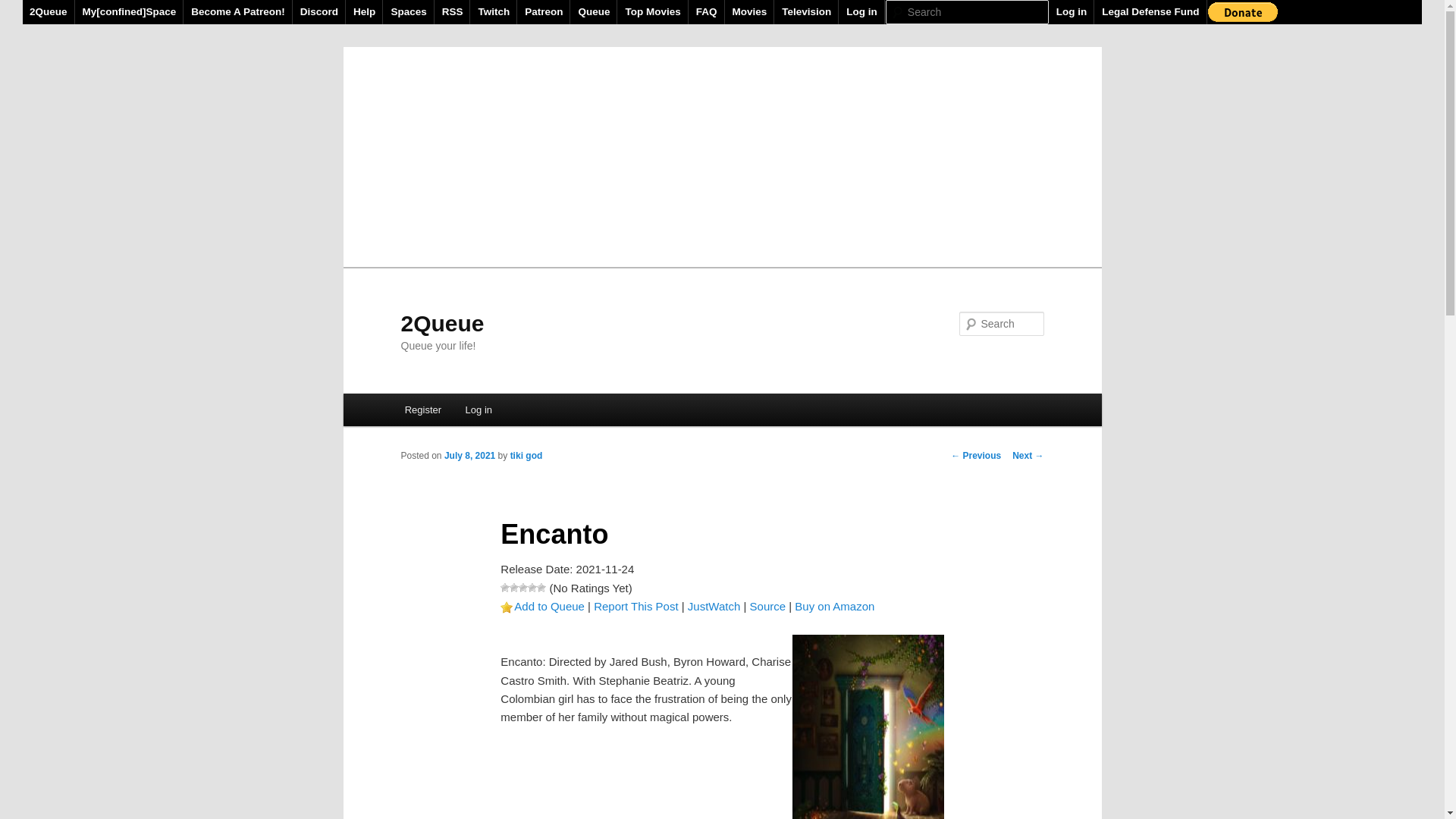 This screenshot has height=819, width=1456. What do you see at coordinates (494, 11) in the screenshot?
I see `'Twitch'` at bounding box center [494, 11].